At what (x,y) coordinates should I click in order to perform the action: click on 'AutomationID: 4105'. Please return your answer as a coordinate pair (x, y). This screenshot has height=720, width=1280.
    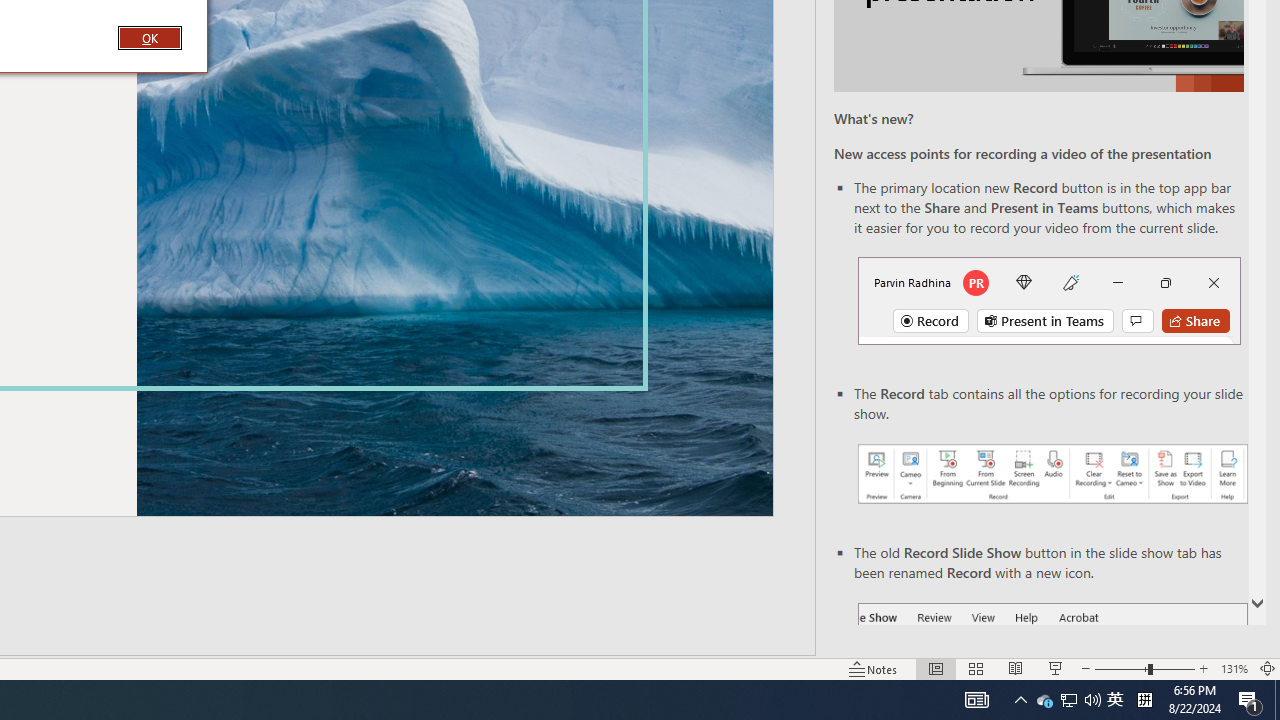
    Looking at the image, I should click on (977, 698).